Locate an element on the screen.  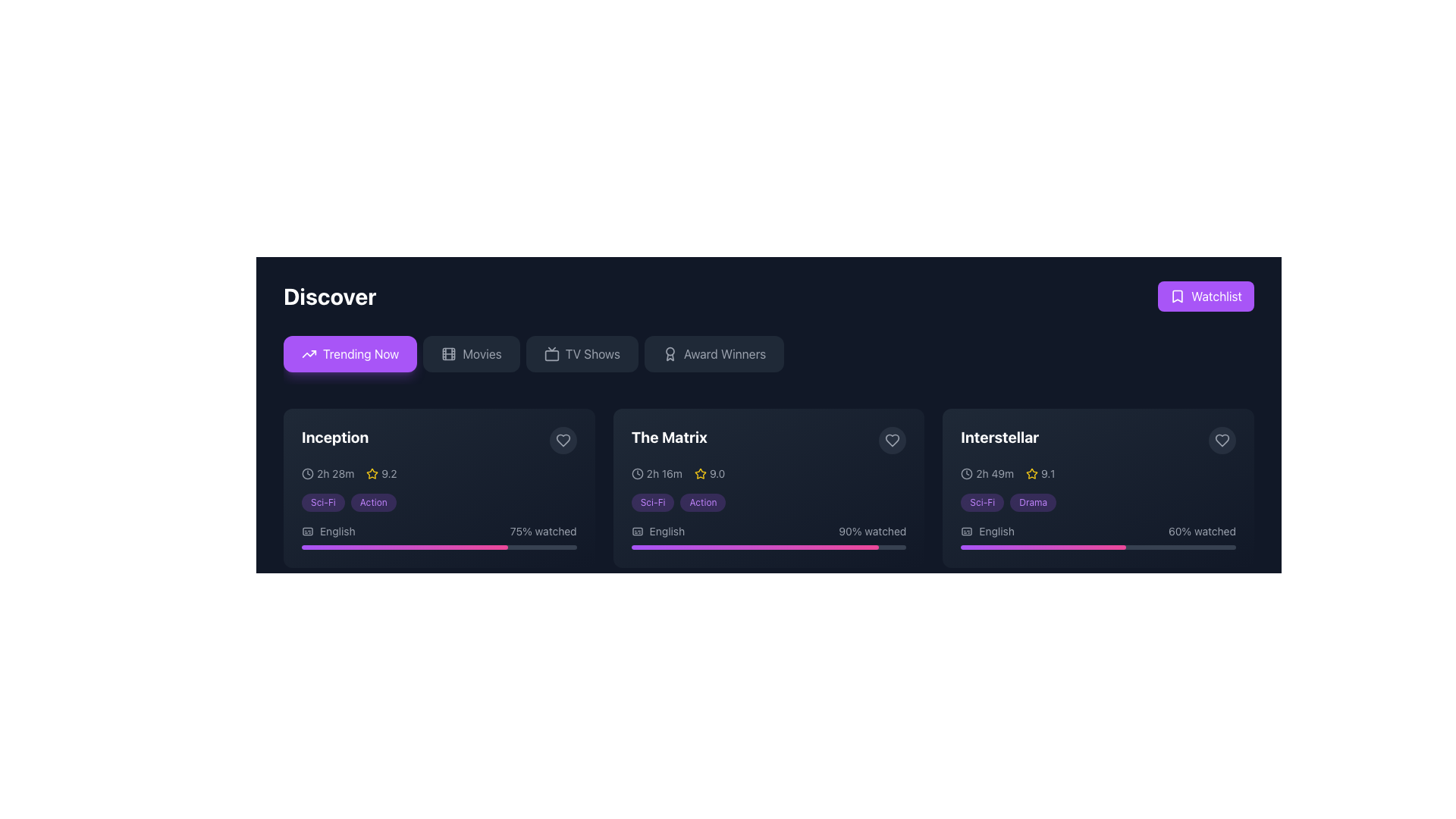
the small circular button with a heart-shaped icon in its center on the far right of the 'Inception' card is located at coordinates (562, 441).